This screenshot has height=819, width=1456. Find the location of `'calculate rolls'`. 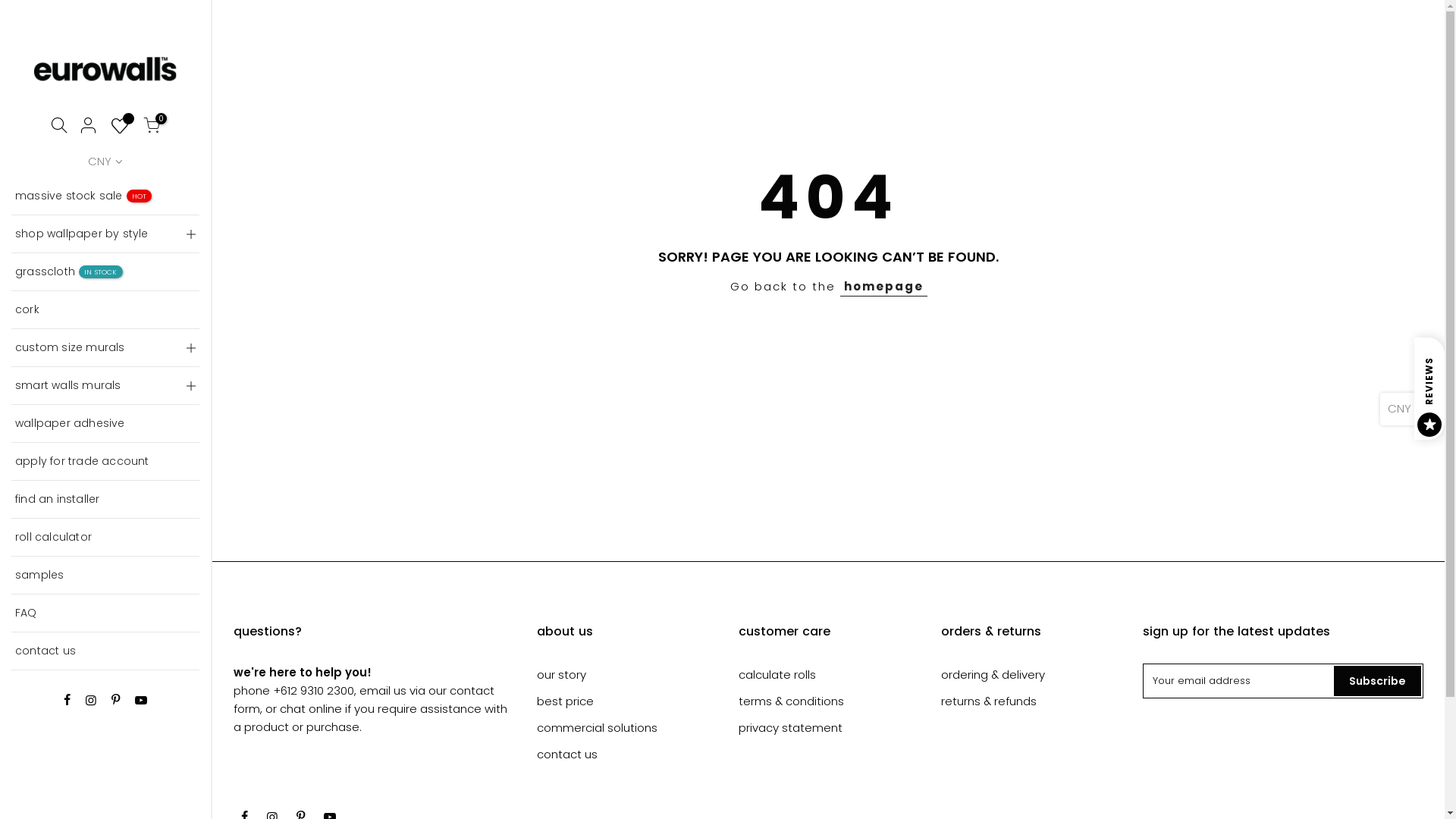

'calculate rolls' is located at coordinates (777, 673).